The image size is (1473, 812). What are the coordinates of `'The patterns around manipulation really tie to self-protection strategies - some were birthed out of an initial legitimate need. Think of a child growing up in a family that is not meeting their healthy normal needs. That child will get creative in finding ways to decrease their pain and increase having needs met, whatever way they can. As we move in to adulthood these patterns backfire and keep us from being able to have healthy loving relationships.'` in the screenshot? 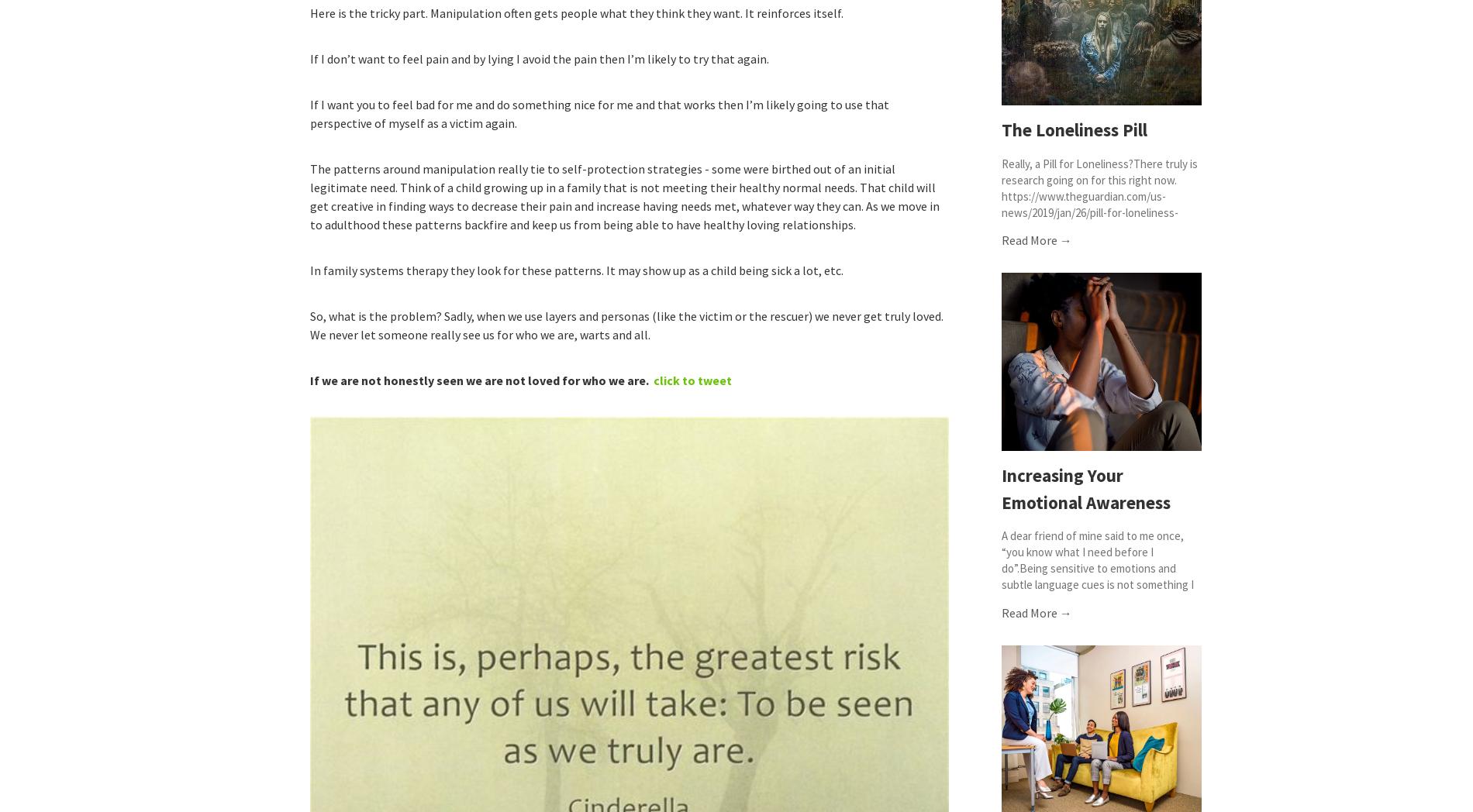 It's located at (623, 197).